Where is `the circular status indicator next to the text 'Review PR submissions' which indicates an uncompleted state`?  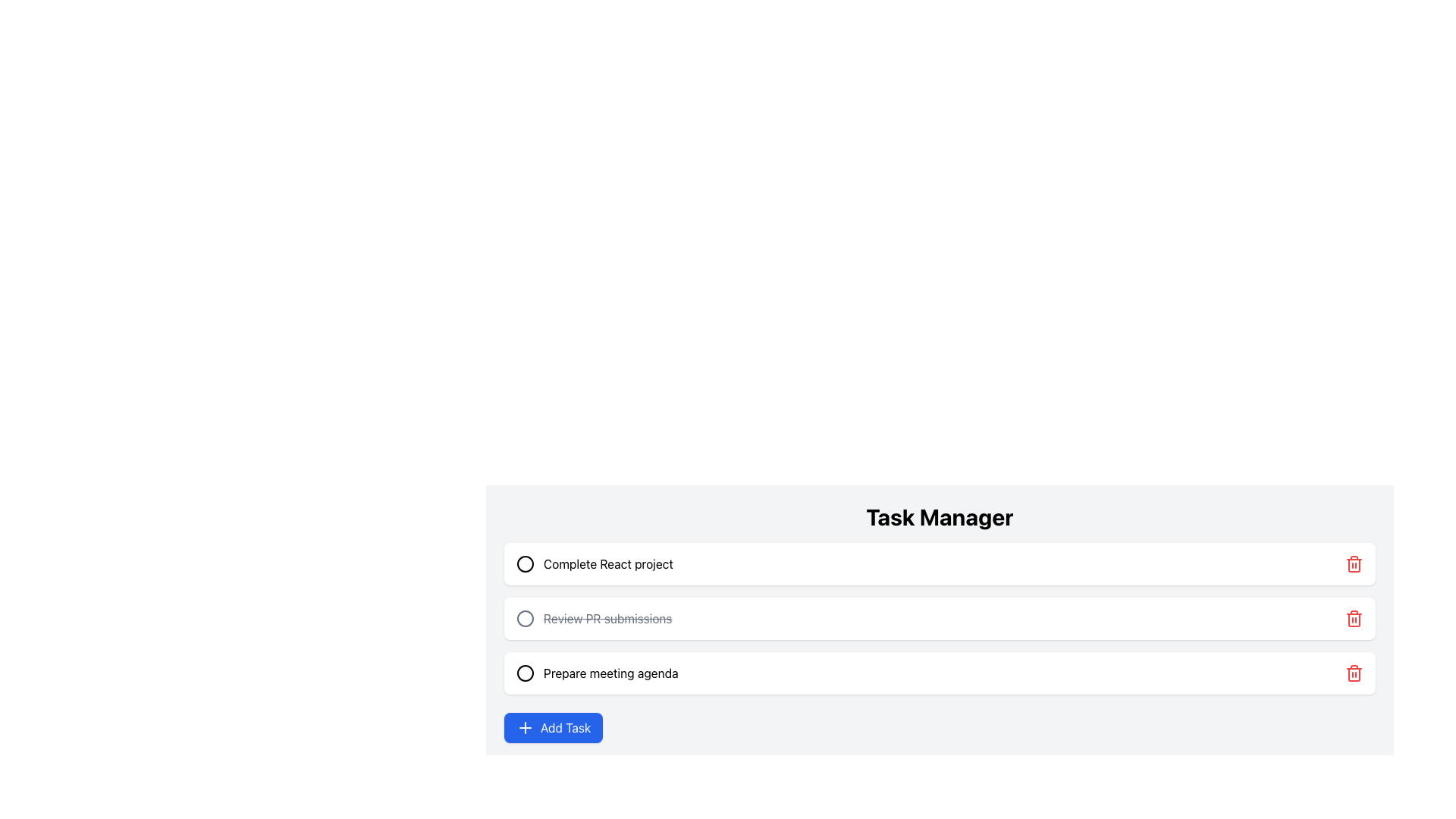 the circular status indicator next to the text 'Review PR submissions' which indicates an uncompleted state is located at coordinates (525, 619).